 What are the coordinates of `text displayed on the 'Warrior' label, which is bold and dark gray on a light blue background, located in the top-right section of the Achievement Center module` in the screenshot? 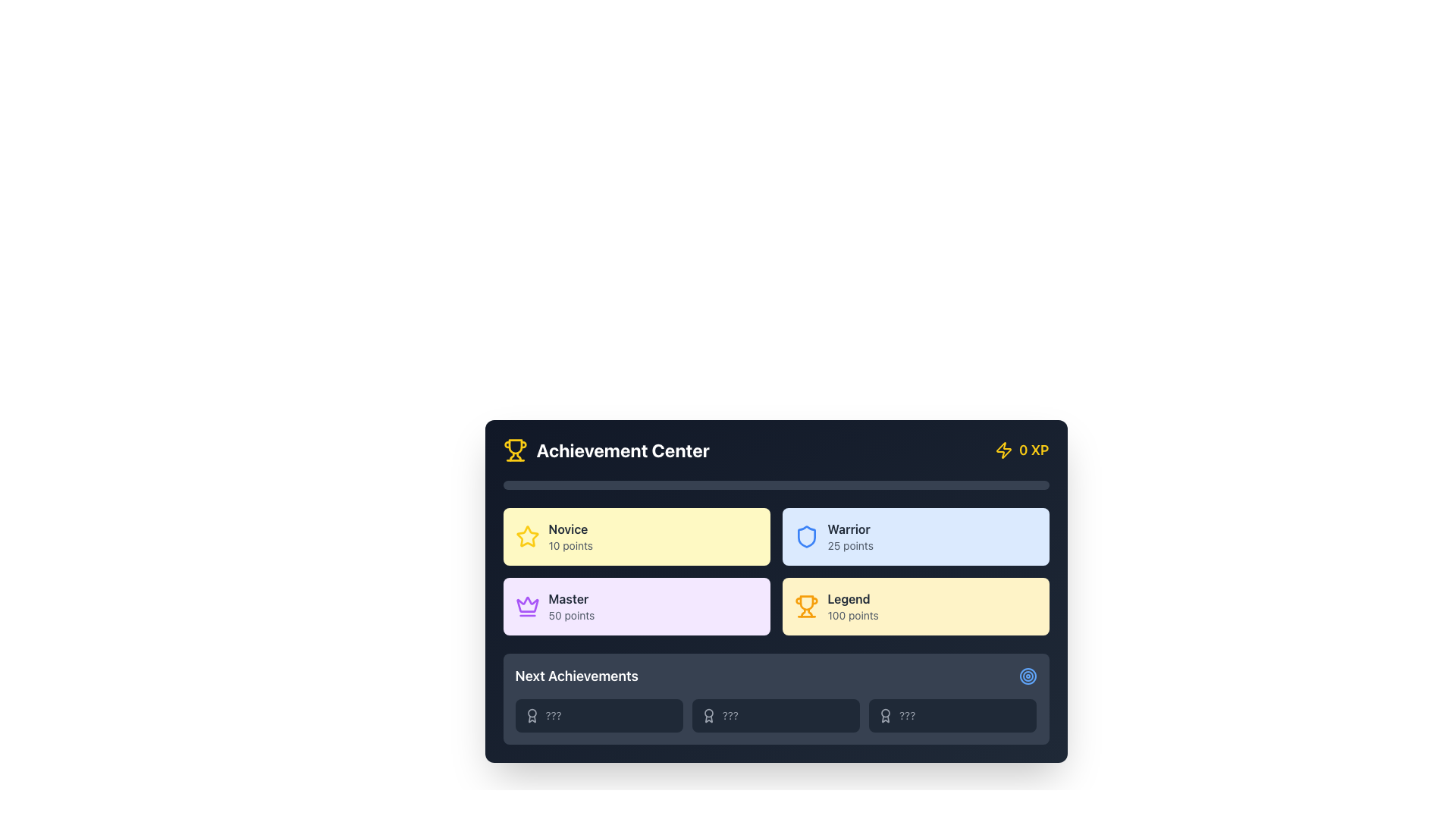 It's located at (850, 529).